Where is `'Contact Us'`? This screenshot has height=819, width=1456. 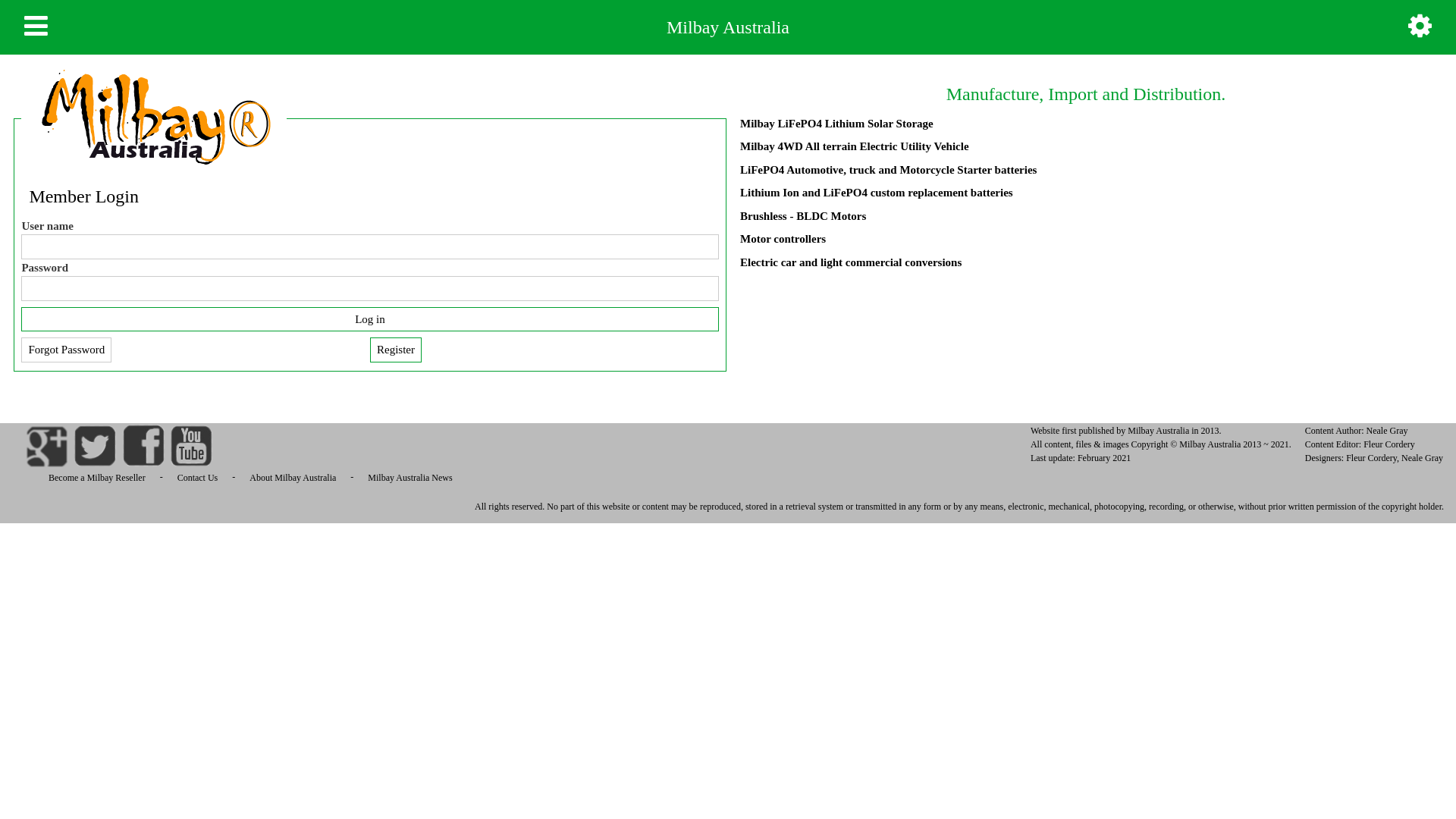 'Contact Us' is located at coordinates (196, 476).